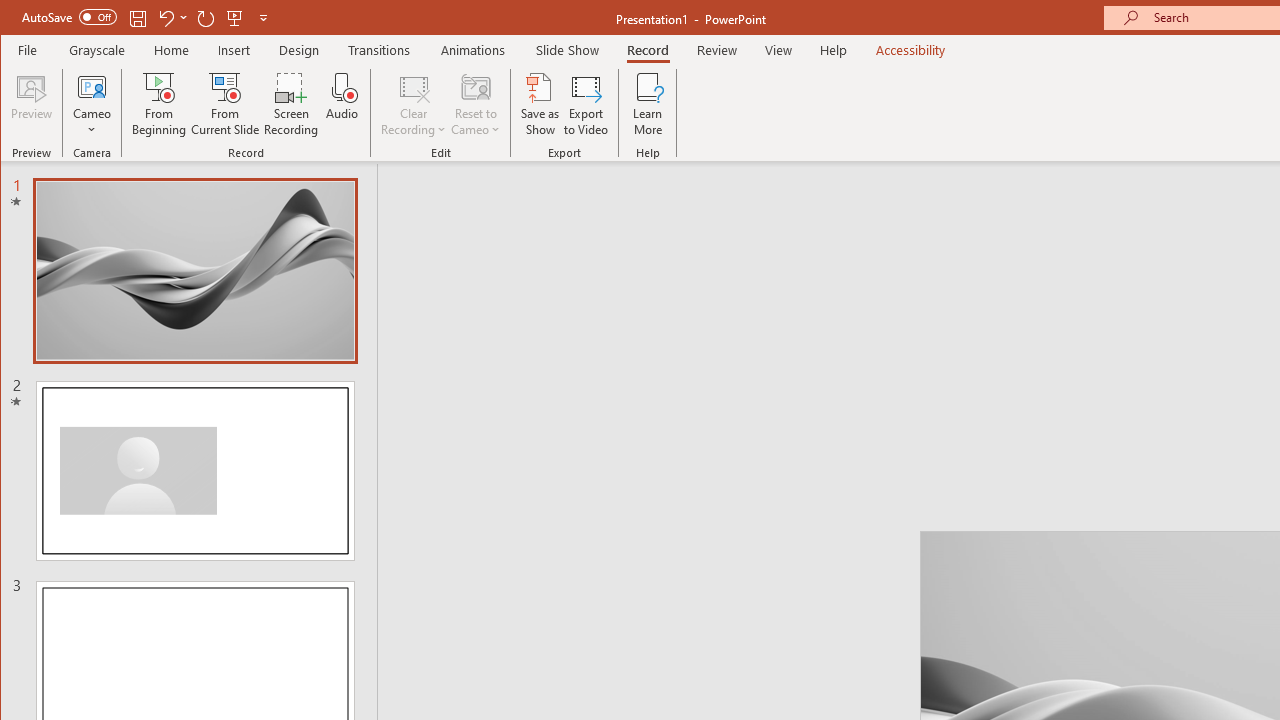  I want to click on 'Grayscale', so click(96, 49).